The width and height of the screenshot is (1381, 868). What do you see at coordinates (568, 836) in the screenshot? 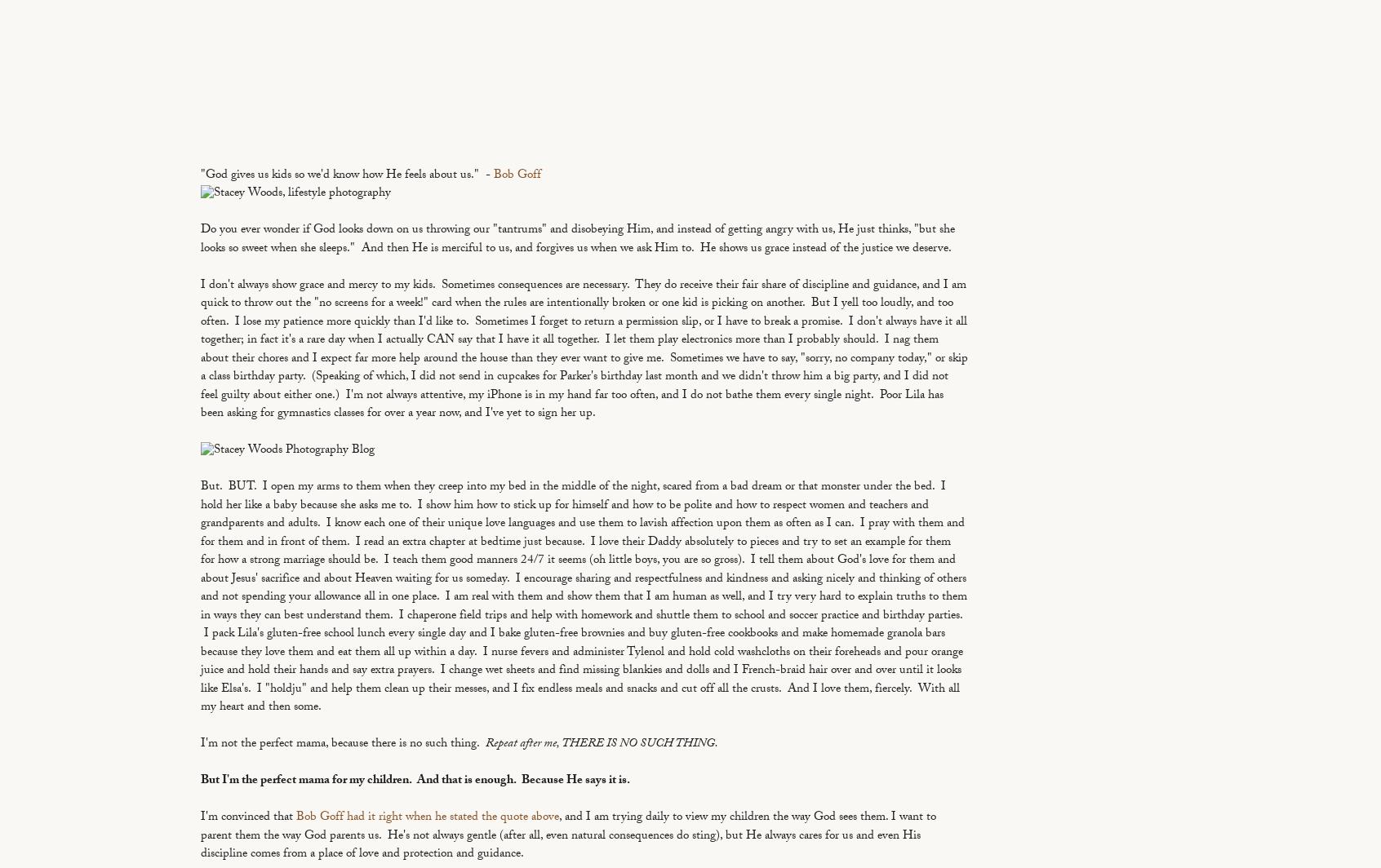
I see `', and I am trying daily to view my children the way God sees them. I want to parent them the way God parents us.  He's not always gentle (after all, even natural consequences do sting), but He always cares for us and even His discipline comes from a place of love and protection and guidance.'` at bounding box center [568, 836].